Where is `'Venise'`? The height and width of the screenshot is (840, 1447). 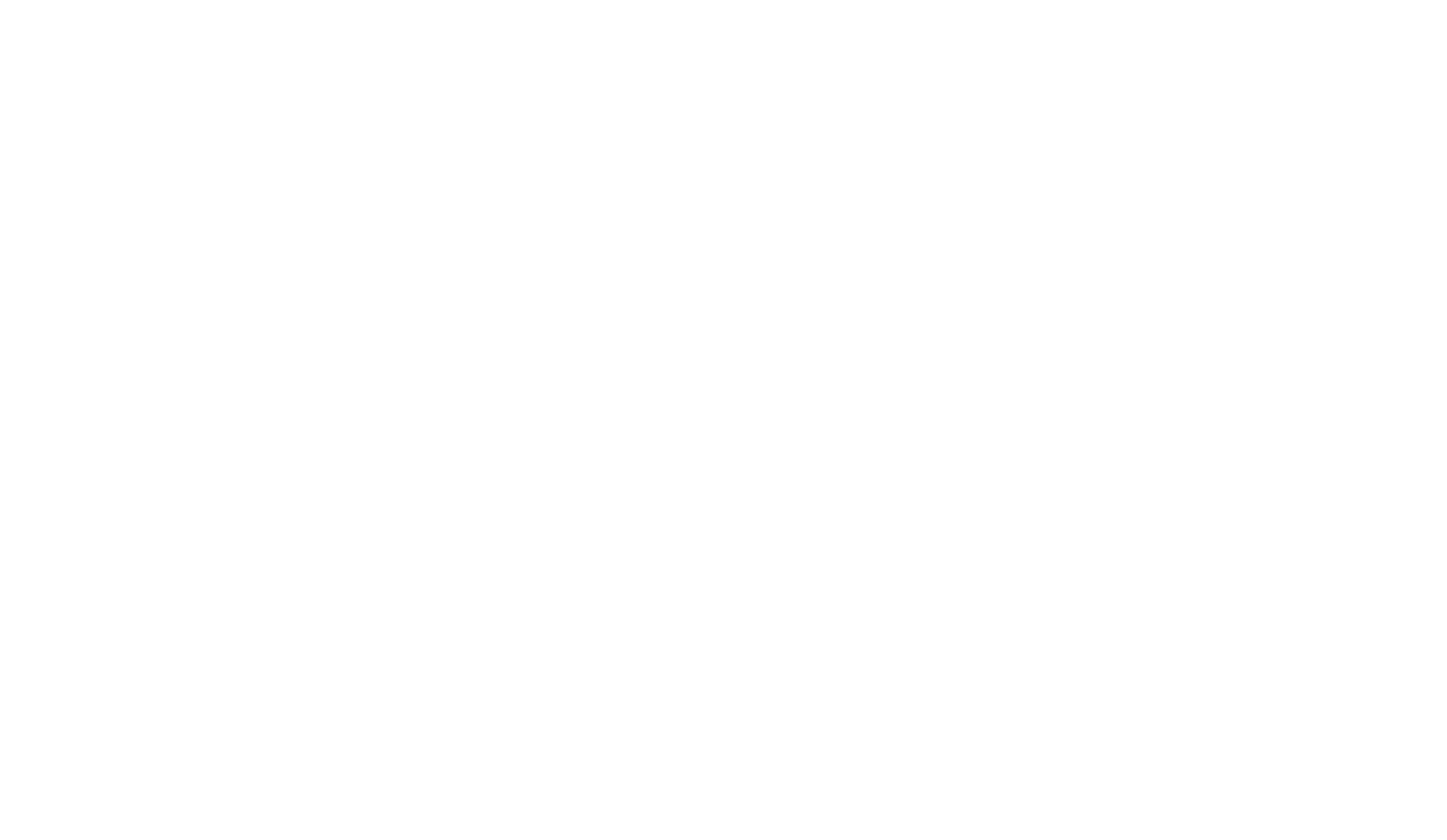 'Venise' is located at coordinates (346, 814).